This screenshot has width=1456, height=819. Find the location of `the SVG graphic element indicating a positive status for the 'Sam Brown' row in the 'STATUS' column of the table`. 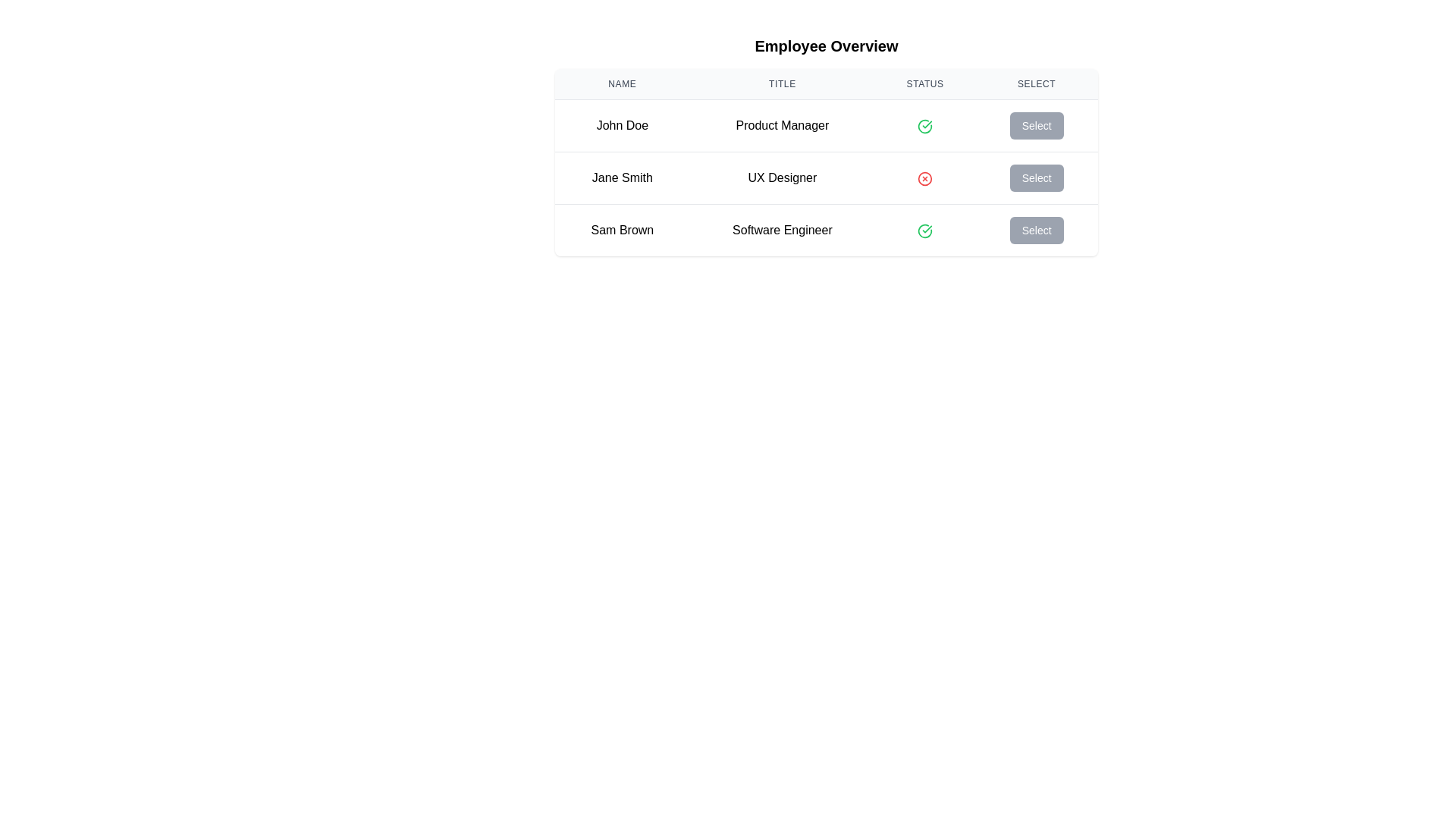

the SVG graphic element indicating a positive status for the 'Sam Brown' row in the 'STATUS' column of the table is located at coordinates (924, 125).